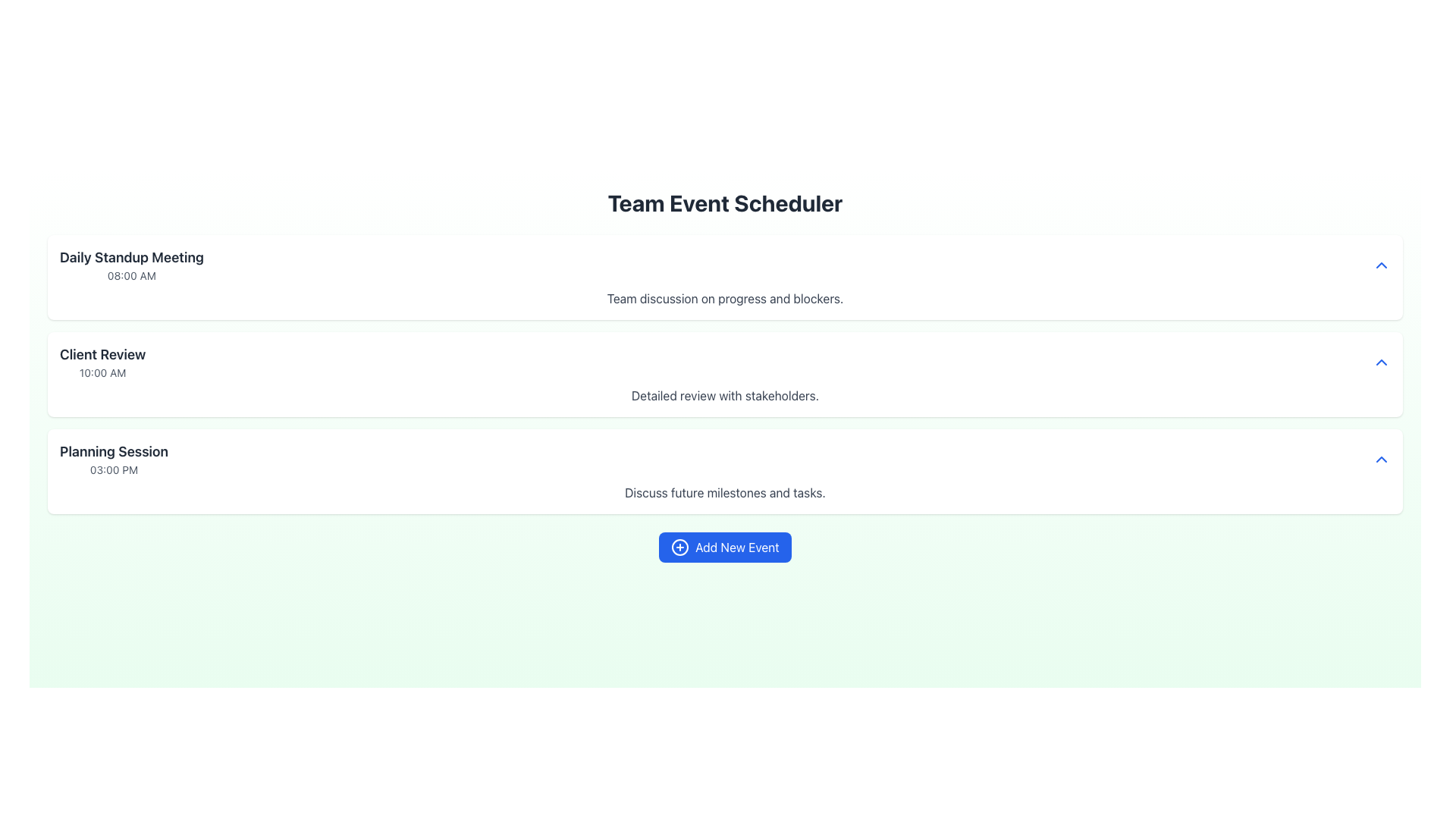 The width and height of the screenshot is (1456, 819). Describe the element at coordinates (679, 547) in the screenshot. I see `the circular plus icon located on the left side of the 'Add New Event' button at the bottom center of the interface` at that location.